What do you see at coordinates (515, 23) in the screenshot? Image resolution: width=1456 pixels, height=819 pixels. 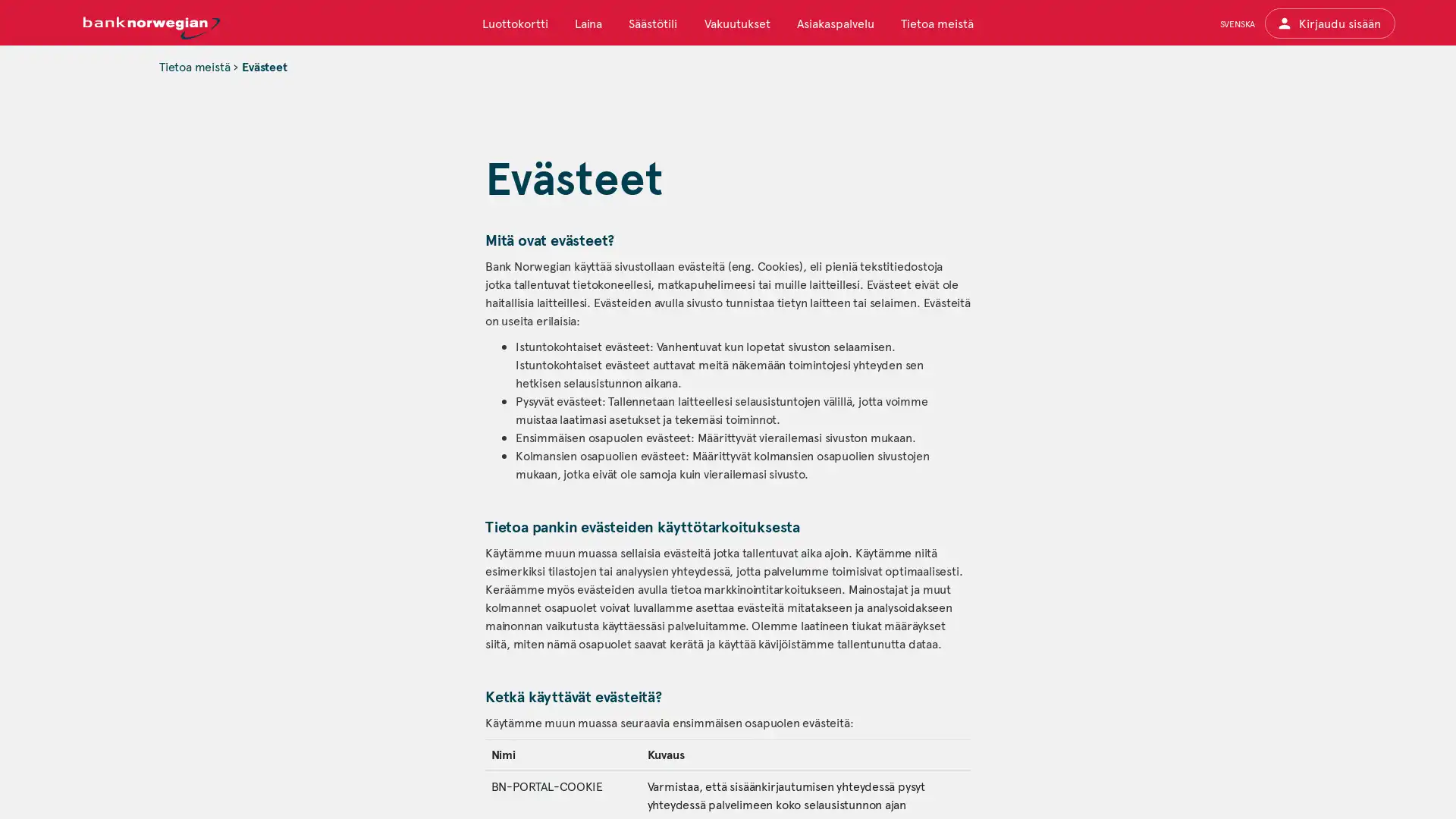 I see `Luottokortti` at bounding box center [515, 23].